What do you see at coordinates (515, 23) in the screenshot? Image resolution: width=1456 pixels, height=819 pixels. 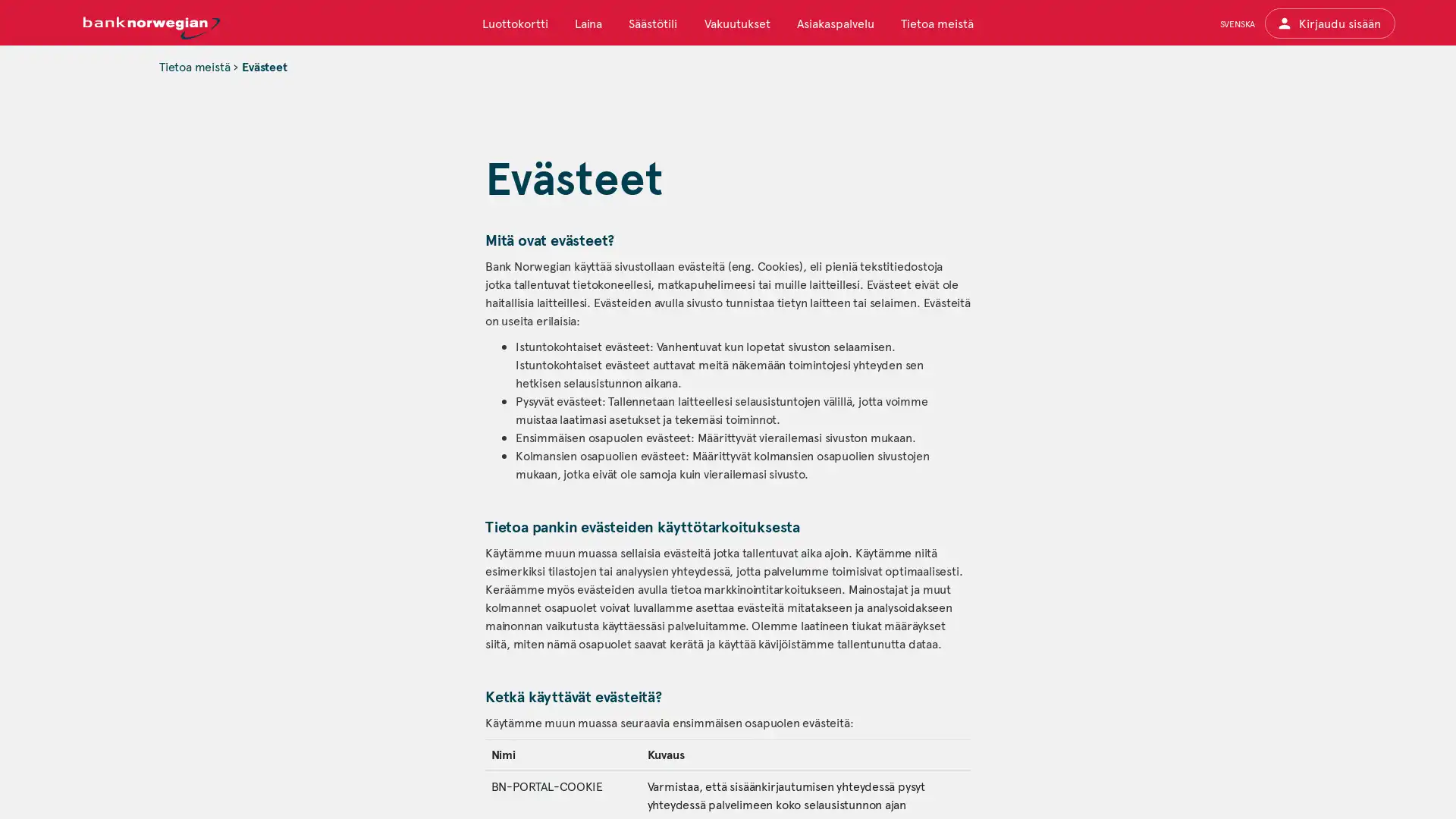 I see `Luottokortti` at bounding box center [515, 23].